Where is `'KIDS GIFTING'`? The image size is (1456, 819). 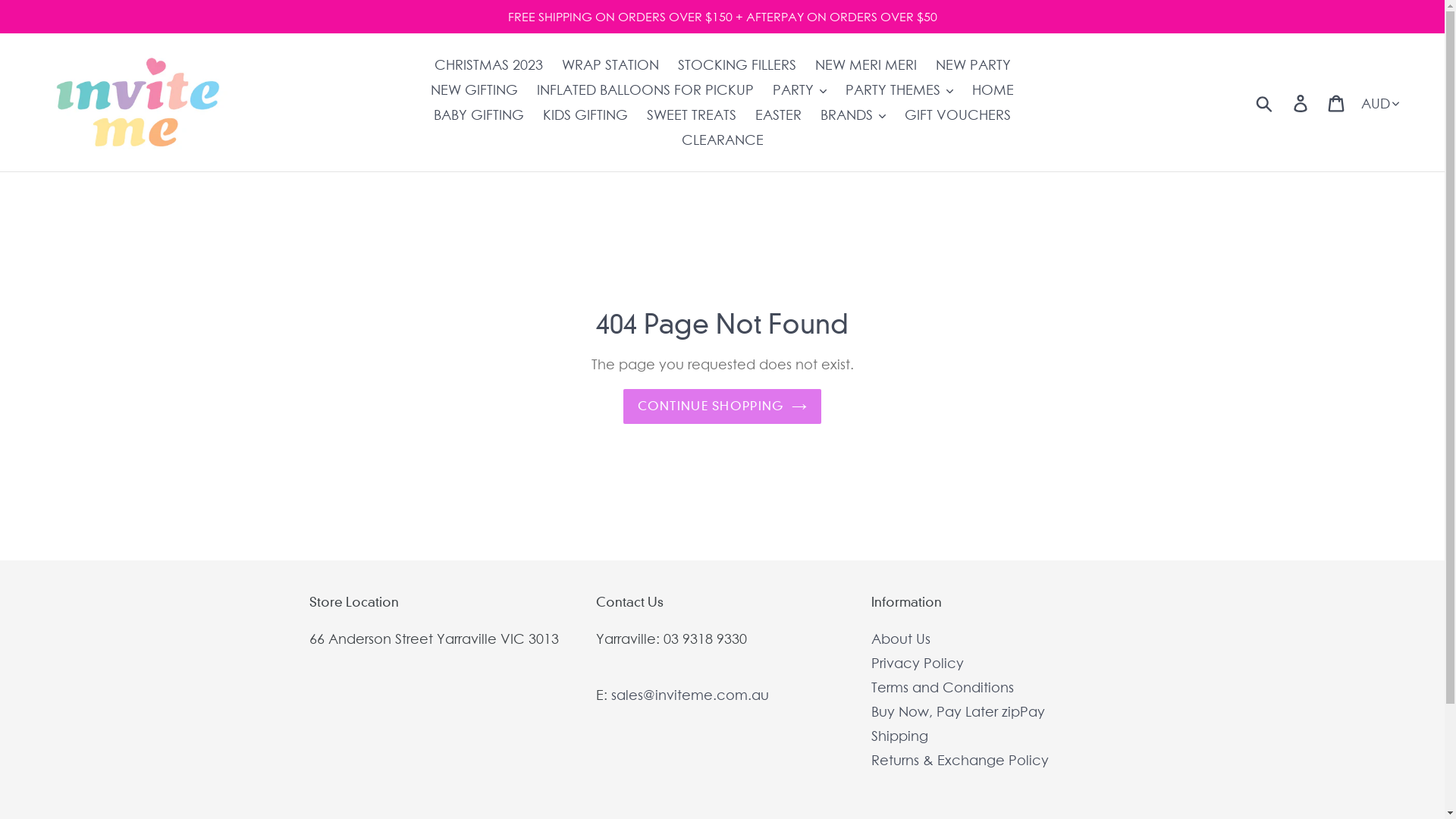 'KIDS GIFTING' is located at coordinates (585, 114).